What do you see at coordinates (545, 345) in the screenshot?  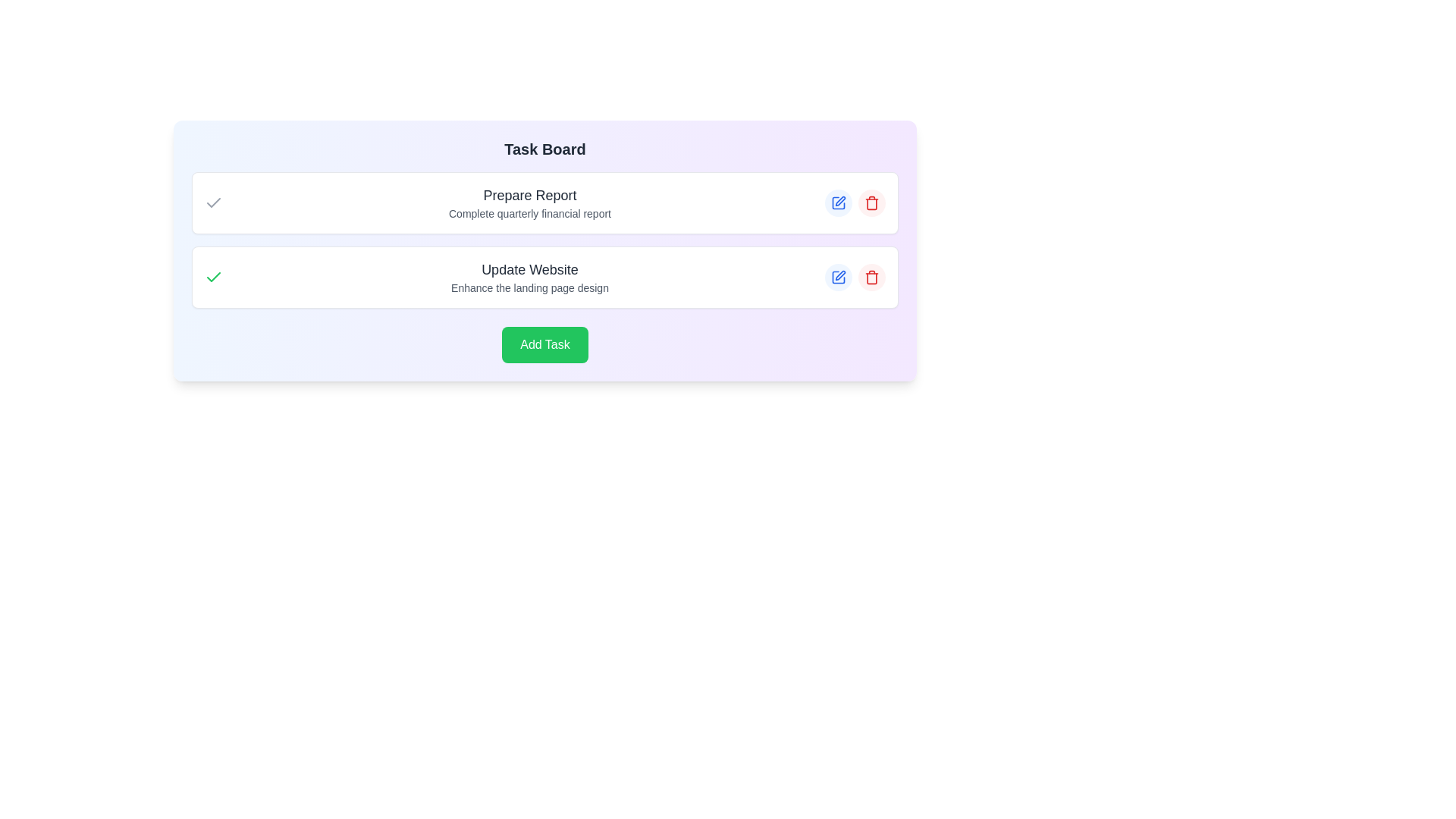 I see `the button at the bottom of the 'Task Board' section` at bounding box center [545, 345].